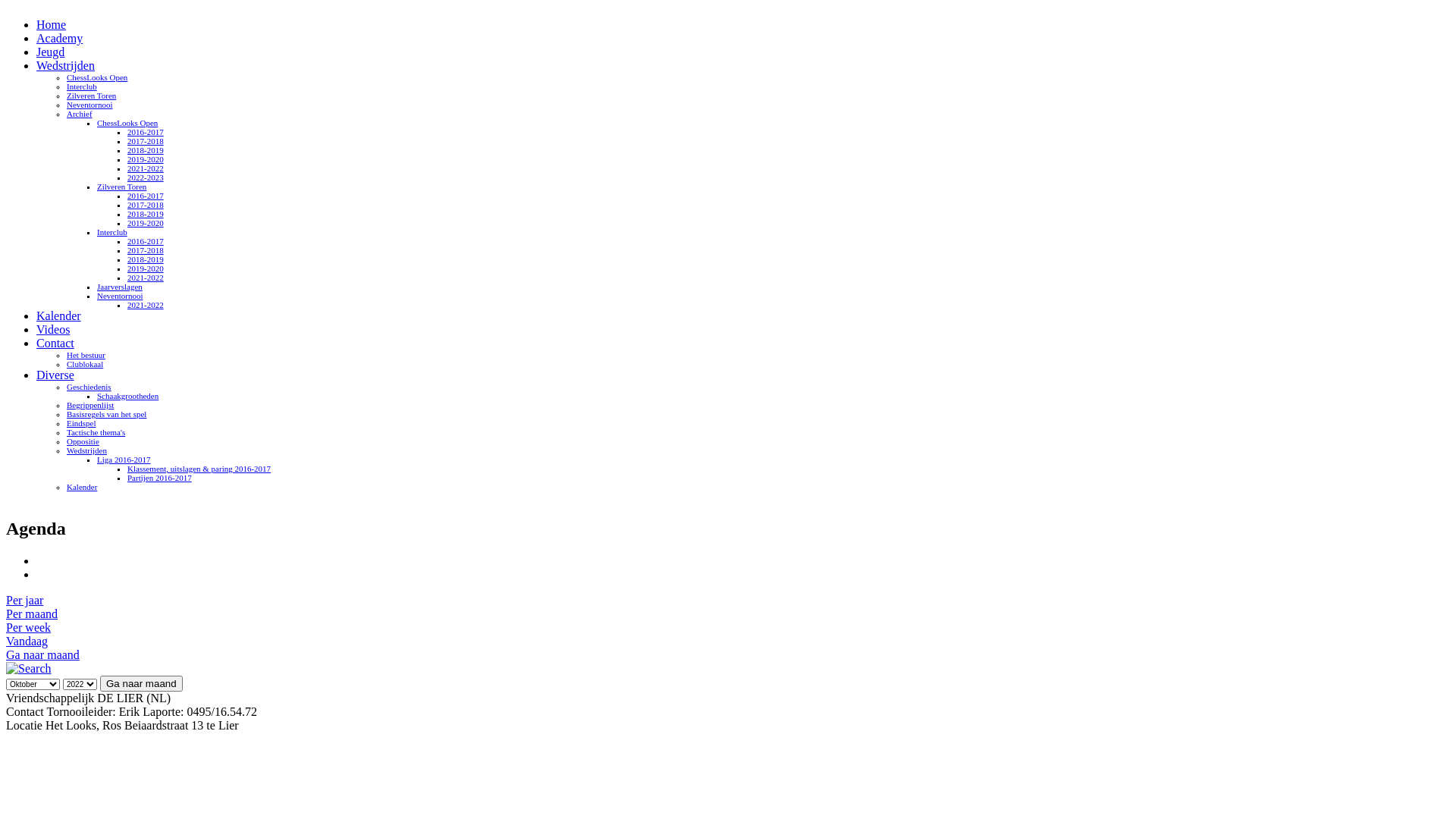 Image resolution: width=1456 pixels, height=819 pixels. I want to click on 'Tactische thema's', so click(95, 432).